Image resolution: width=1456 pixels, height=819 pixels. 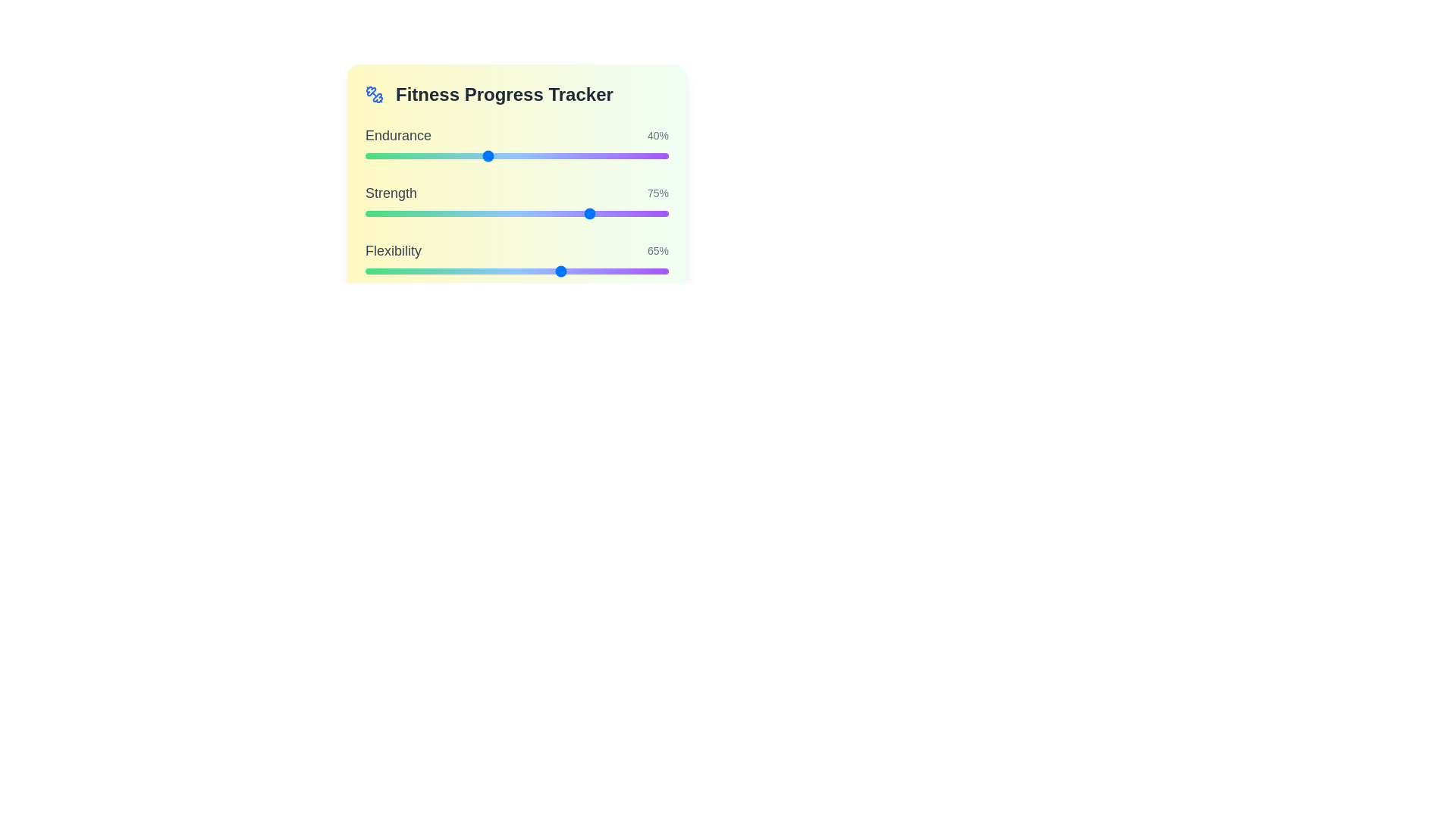 I want to click on the third progress bar of the 'Fitness Progress Tracker', so click(x=516, y=259).